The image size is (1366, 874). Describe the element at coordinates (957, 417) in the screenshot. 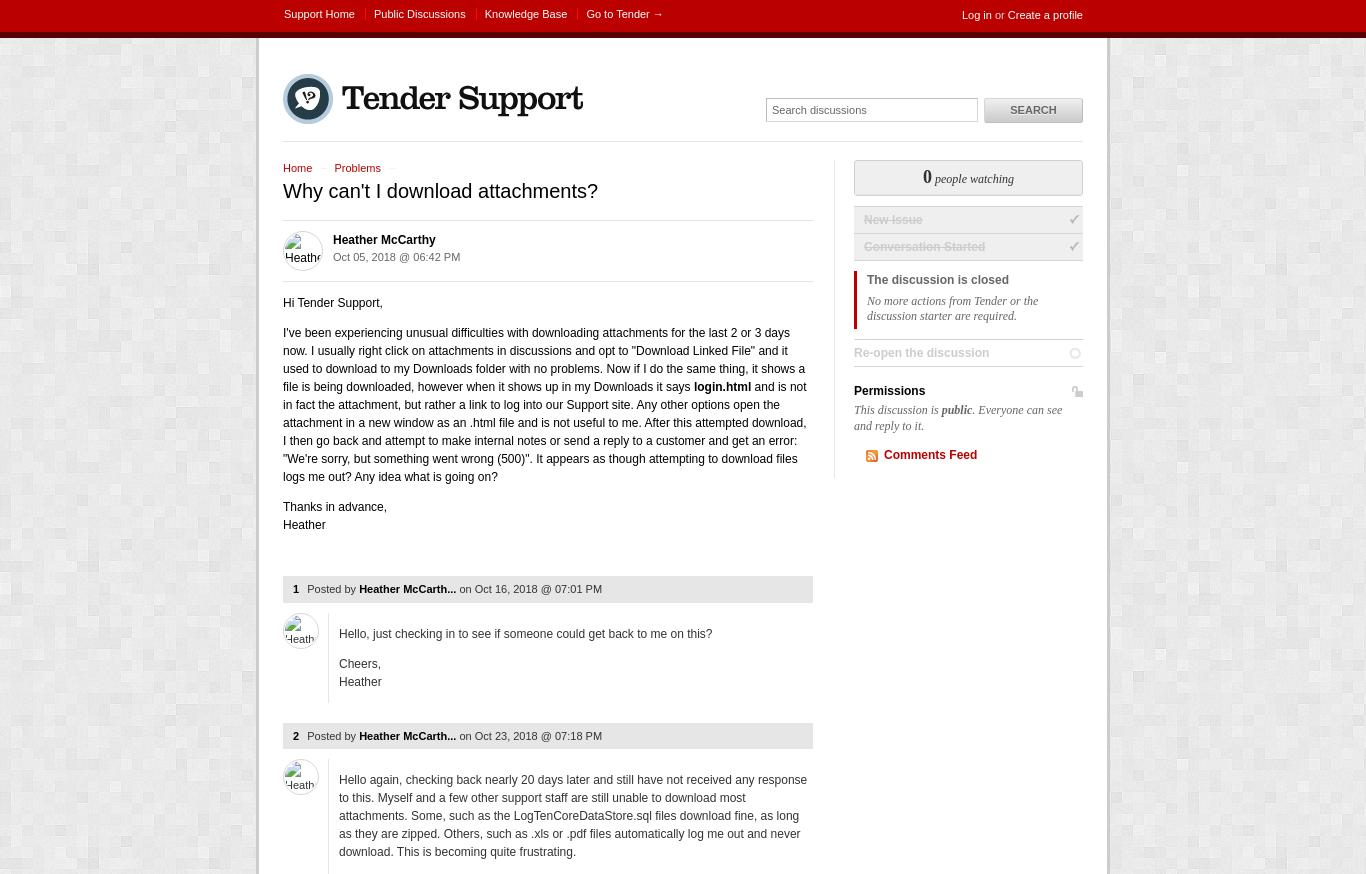

I see `'. Everyone can see and reply to it.'` at that location.